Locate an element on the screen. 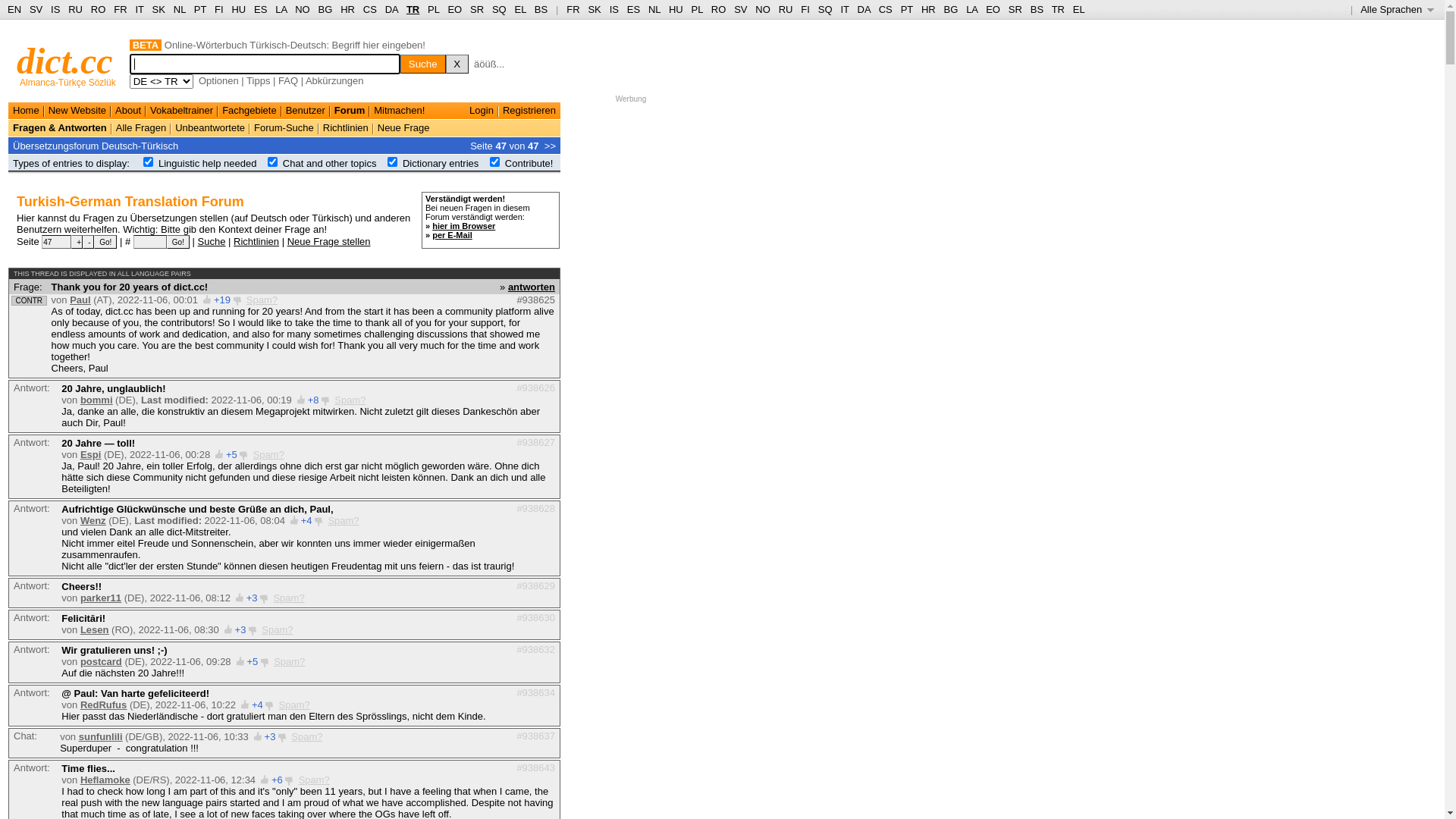 This screenshot has width=1456, height=819. 'Spam?' is located at coordinates (313, 780).